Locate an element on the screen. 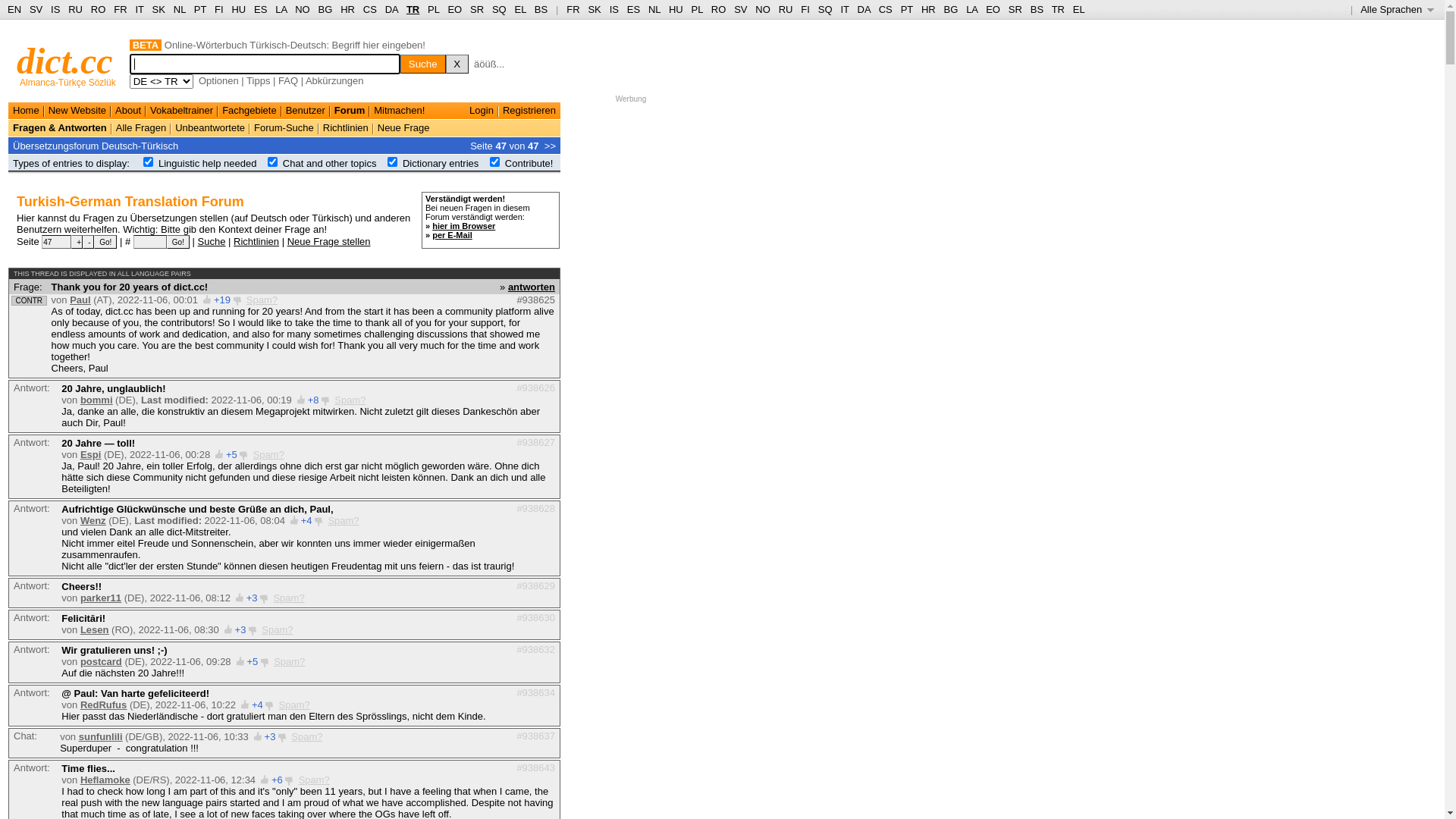 This screenshot has width=1456, height=819. 'Spam?' is located at coordinates (313, 780).